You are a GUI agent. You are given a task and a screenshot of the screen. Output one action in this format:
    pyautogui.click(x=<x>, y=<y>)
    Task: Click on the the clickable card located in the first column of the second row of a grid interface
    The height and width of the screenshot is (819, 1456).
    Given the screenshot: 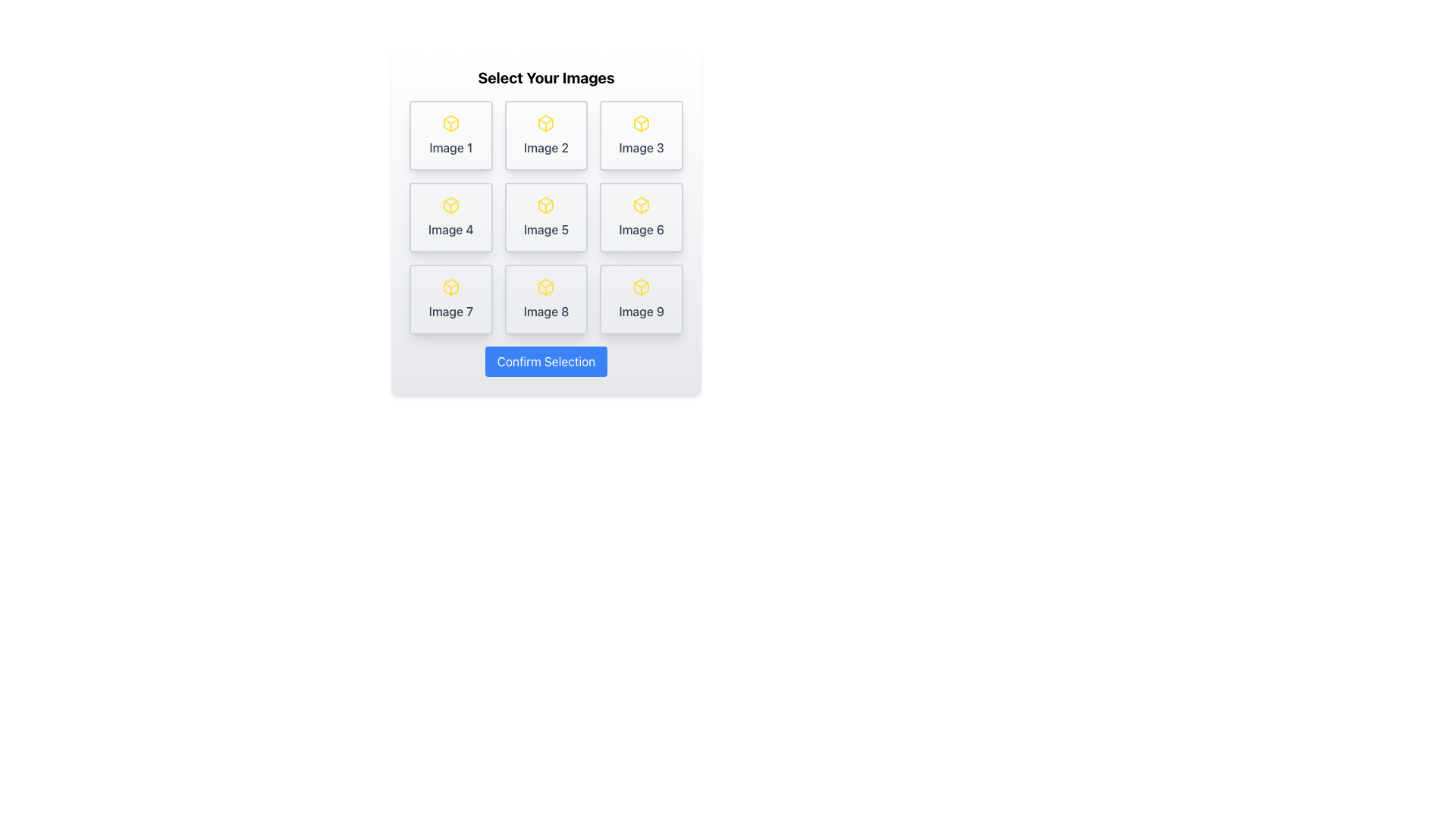 What is the action you would take?
    pyautogui.click(x=450, y=217)
    